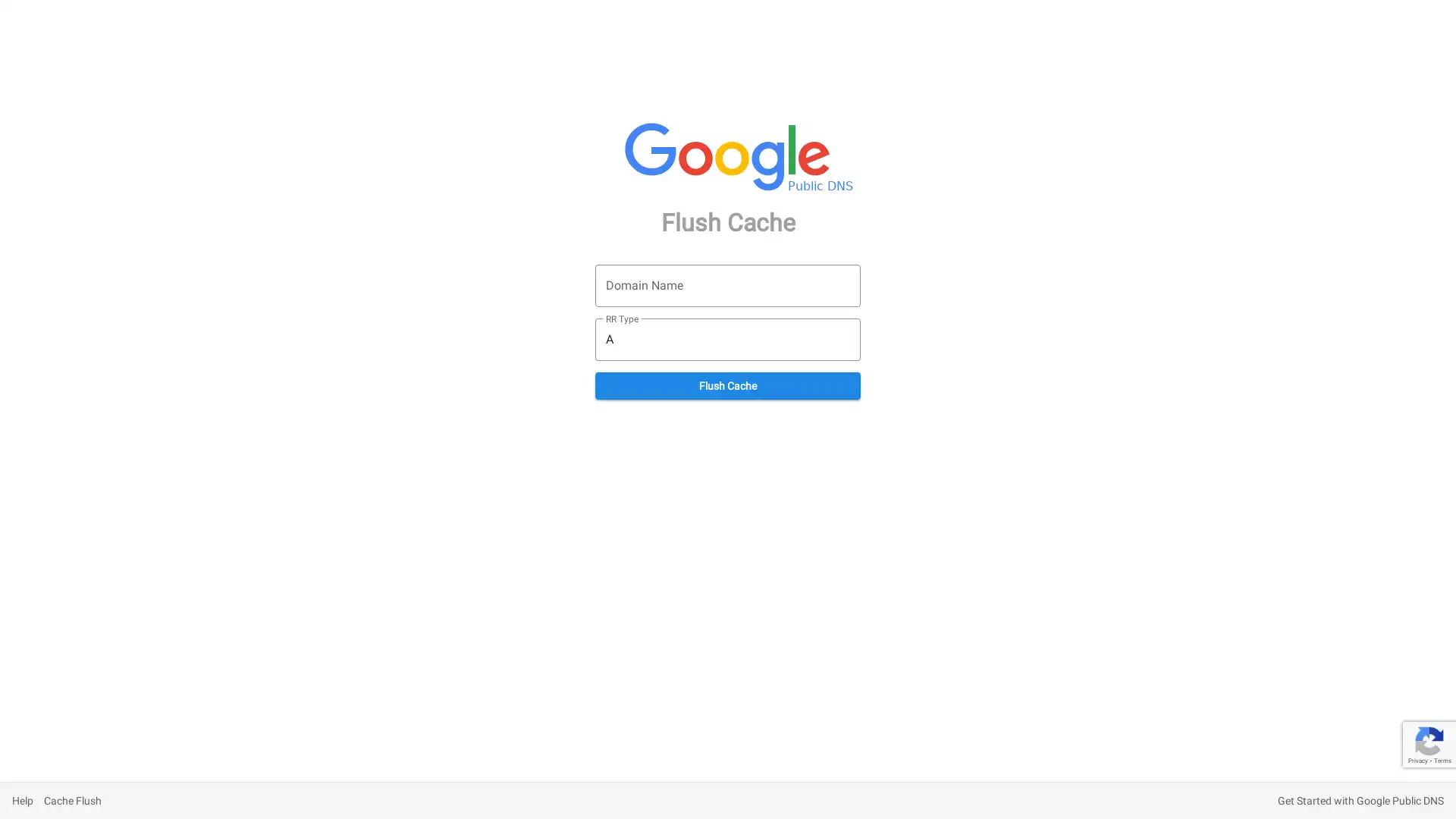 This screenshot has height=819, width=1456. I want to click on Flush Cache, so click(728, 384).